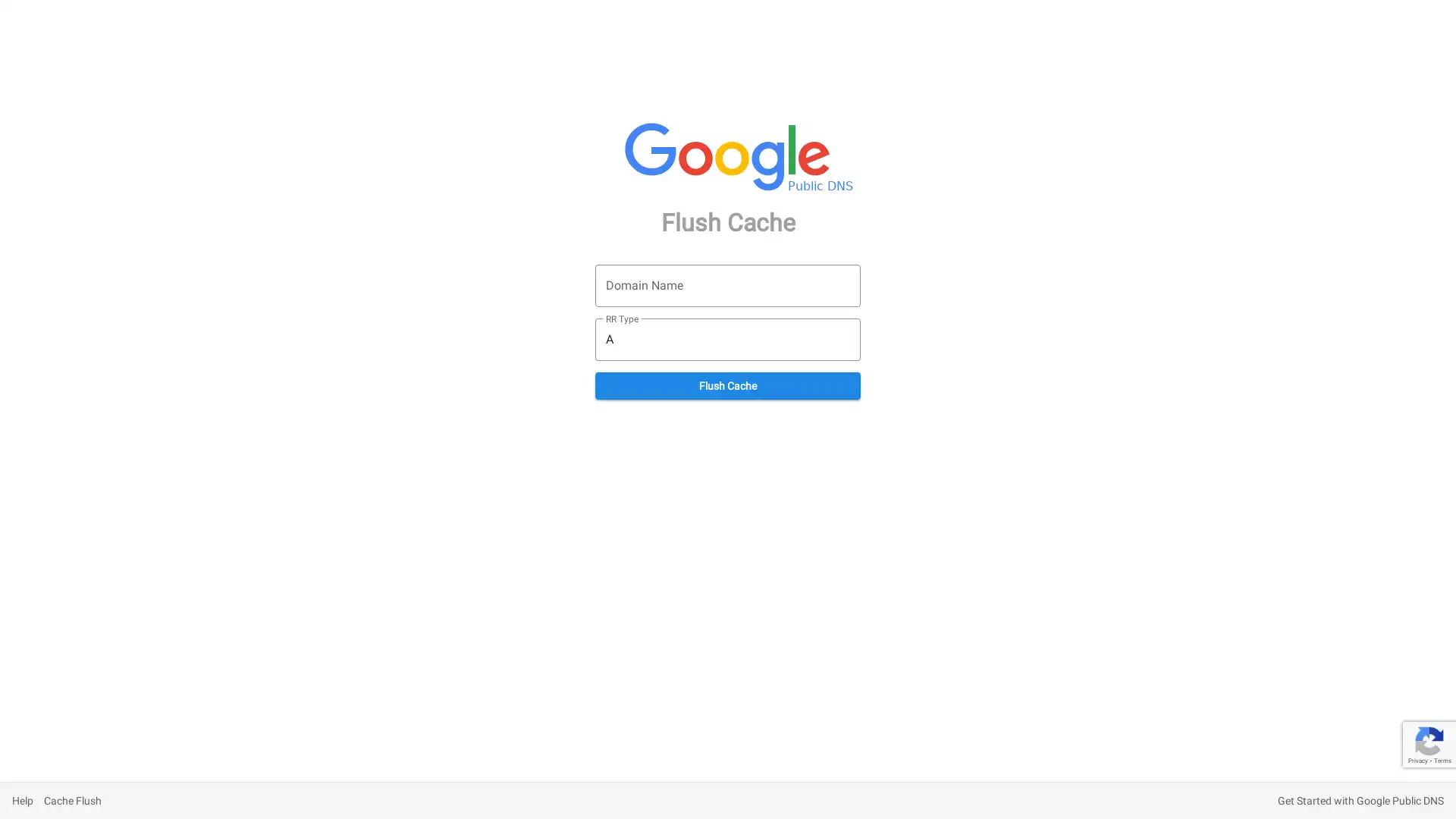 This screenshot has height=819, width=1456. I want to click on Flush Cache, so click(728, 384).